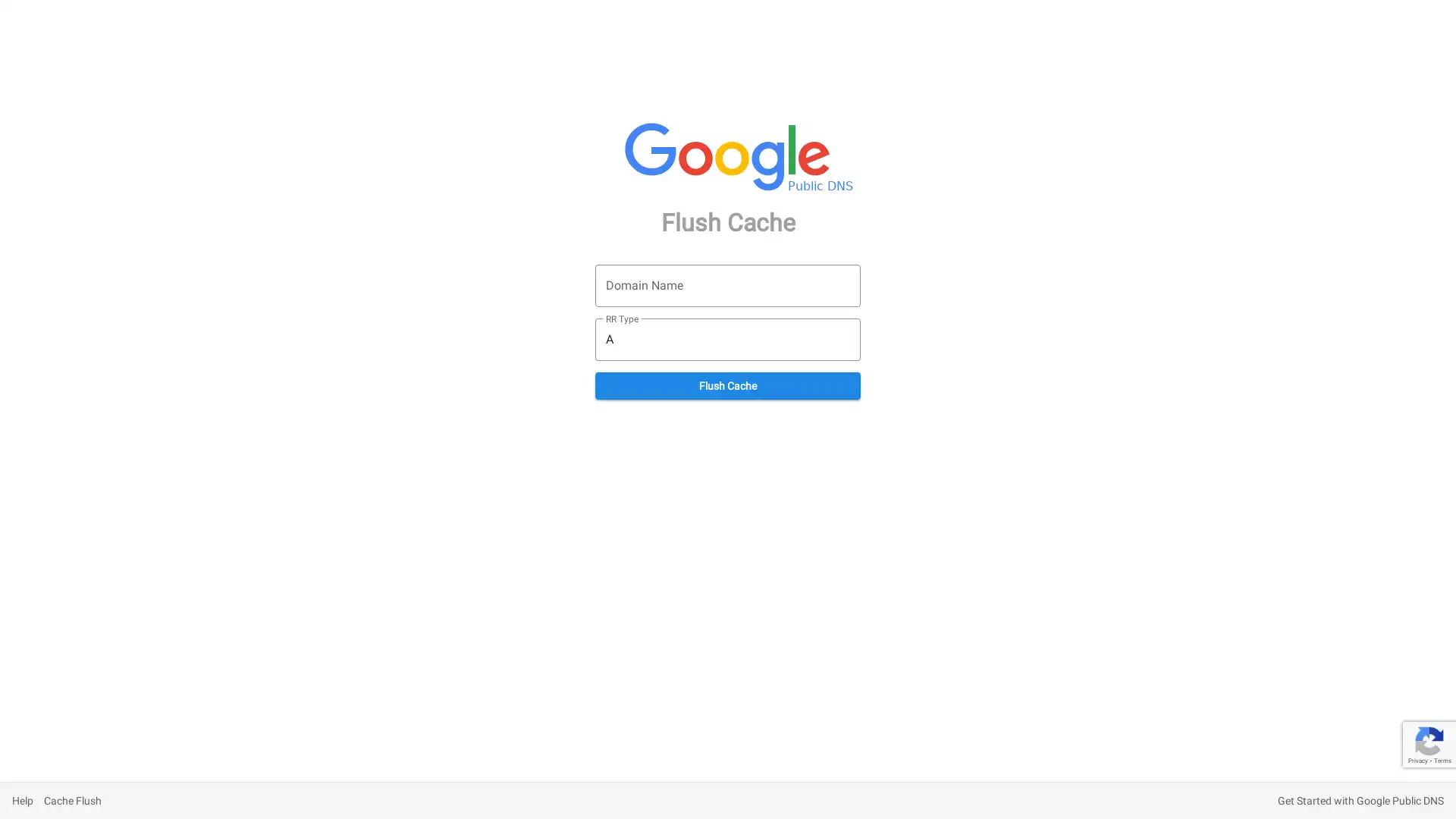 This screenshot has height=819, width=1456. I want to click on Flush Cache, so click(728, 384).